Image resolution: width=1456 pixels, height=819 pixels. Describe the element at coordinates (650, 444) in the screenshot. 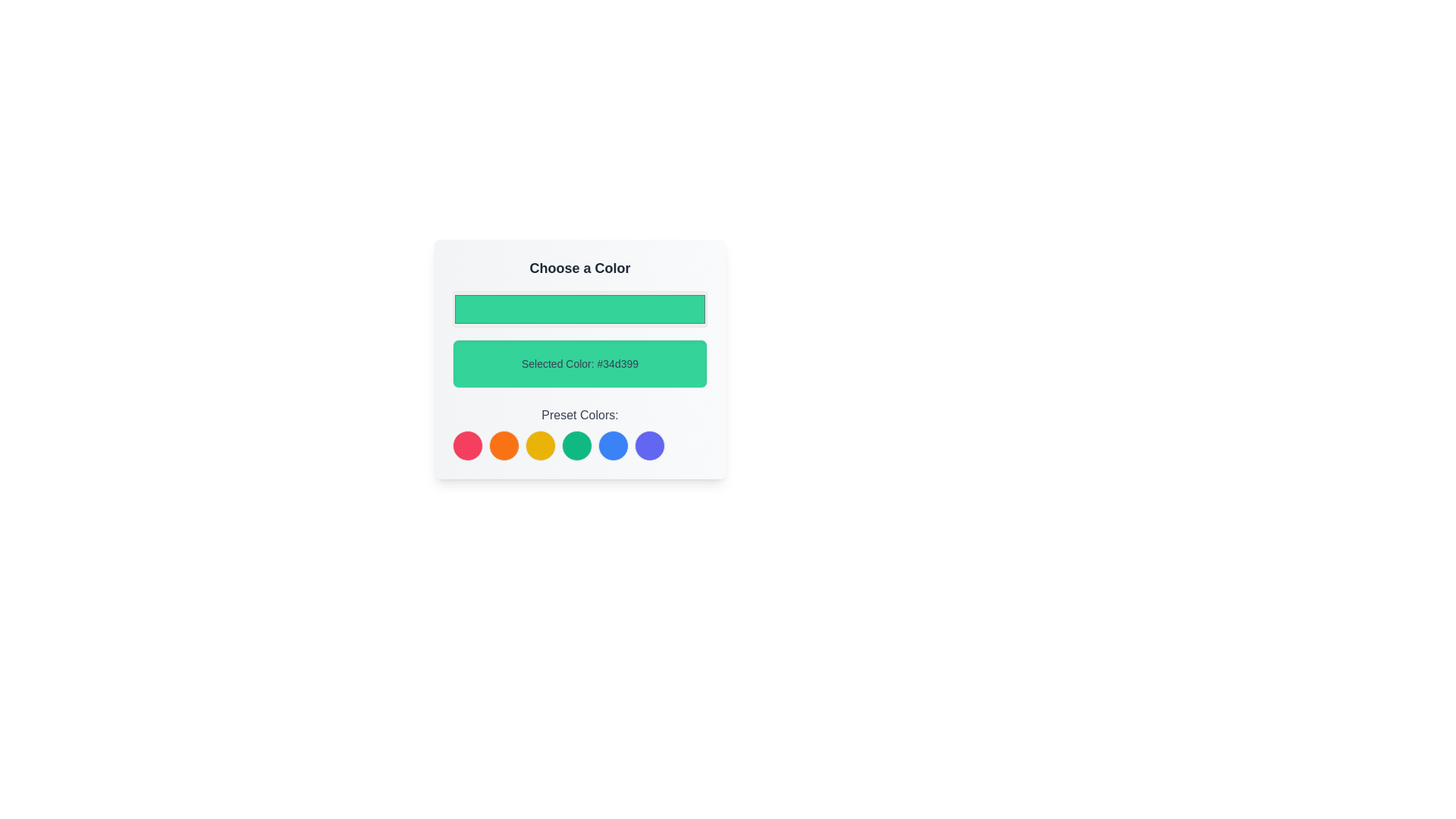

I see `the blue circular Interactive color selector, the last item` at that location.